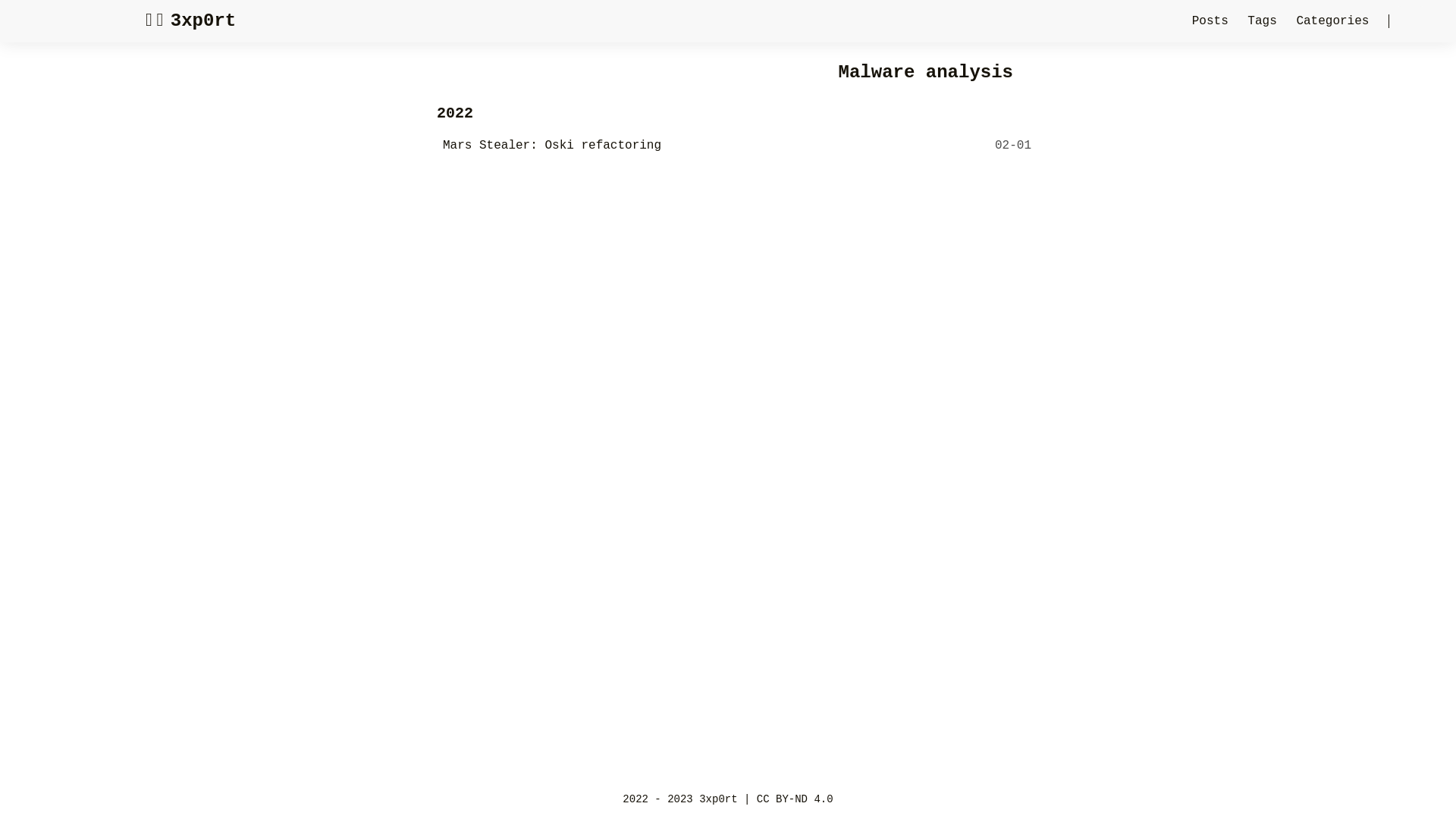 Image resolution: width=1456 pixels, height=819 pixels. Describe the element at coordinates (1214, 20) in the screenshot. I see `'Posts'` at that location.